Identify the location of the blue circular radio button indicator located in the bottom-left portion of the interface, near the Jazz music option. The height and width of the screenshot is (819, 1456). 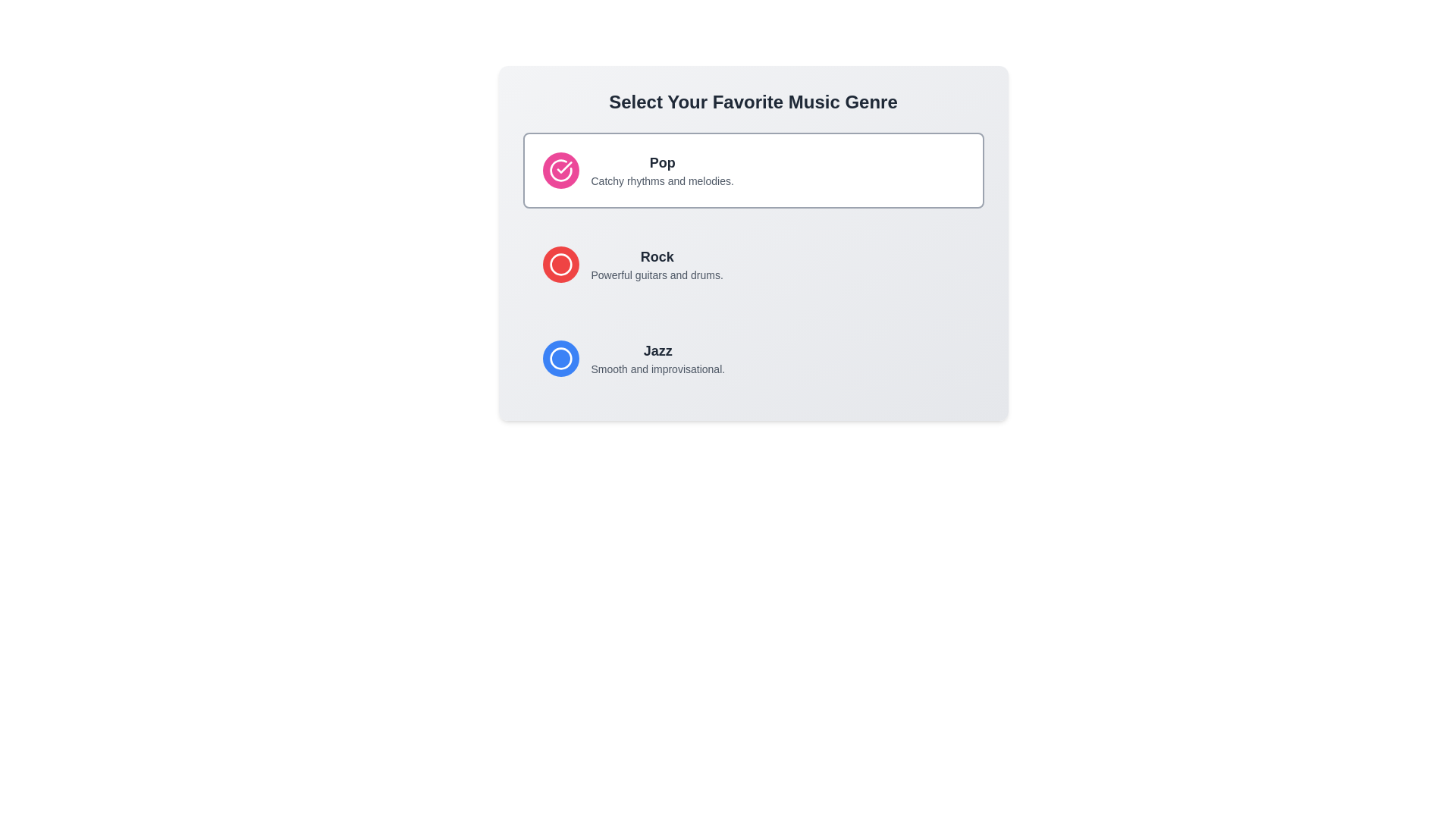
(560, 359).